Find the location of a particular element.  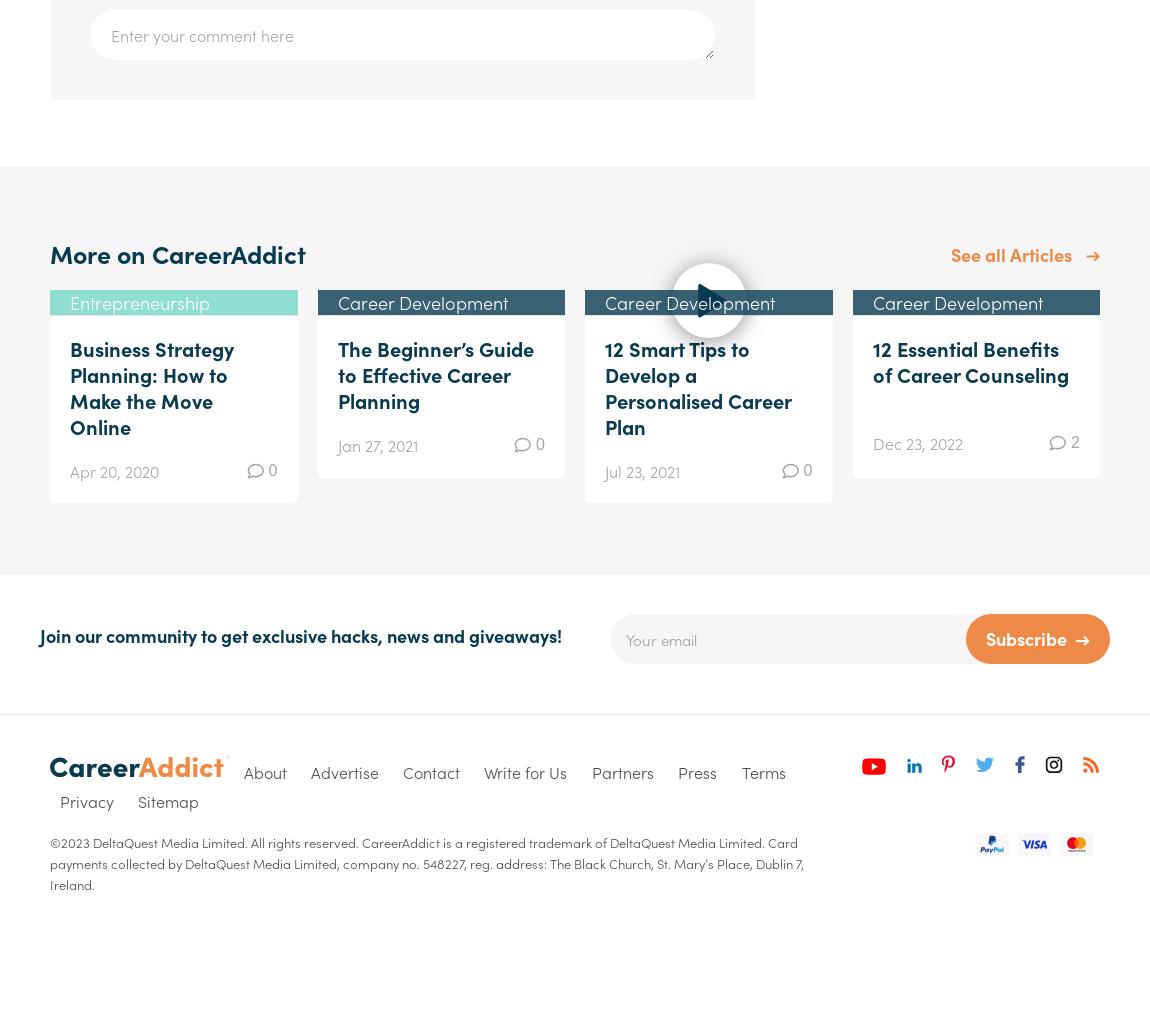

'12 Essential Benefits of Career Counseling' is located at coordinates (970, 359).